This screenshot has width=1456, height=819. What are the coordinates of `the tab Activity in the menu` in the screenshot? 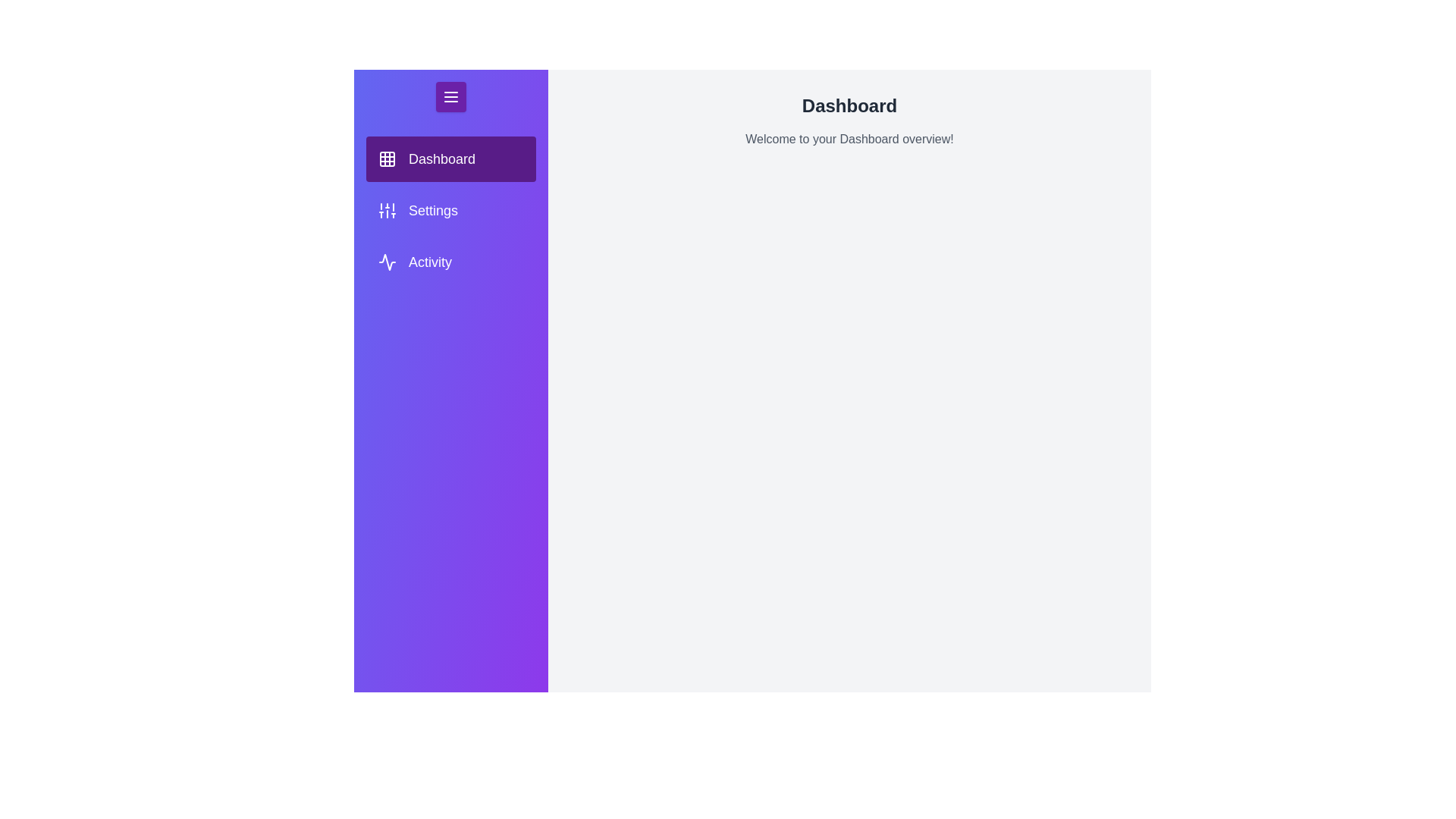 It's located at (450, 262).